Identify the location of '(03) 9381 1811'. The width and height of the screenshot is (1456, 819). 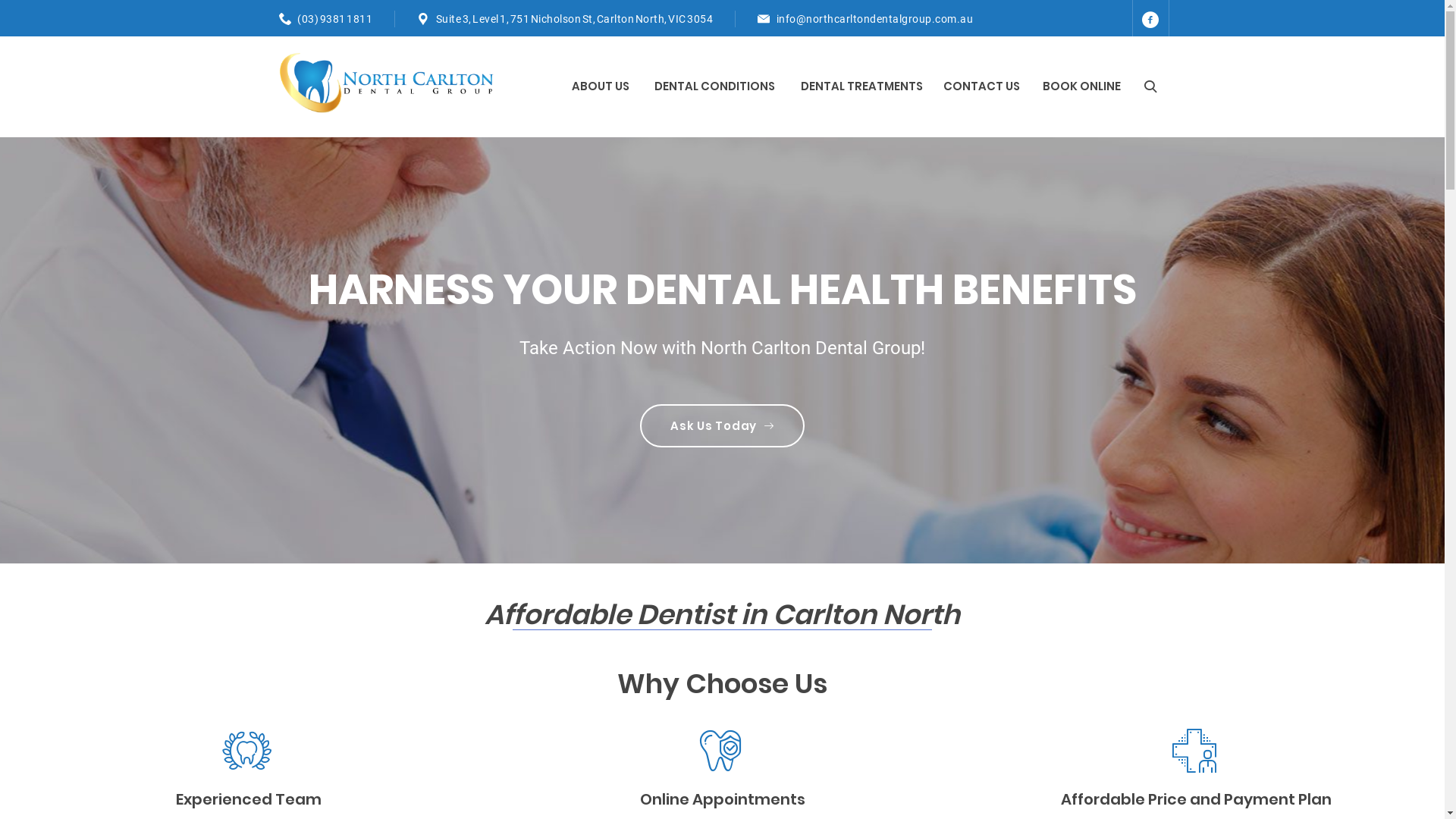
(297, 18).